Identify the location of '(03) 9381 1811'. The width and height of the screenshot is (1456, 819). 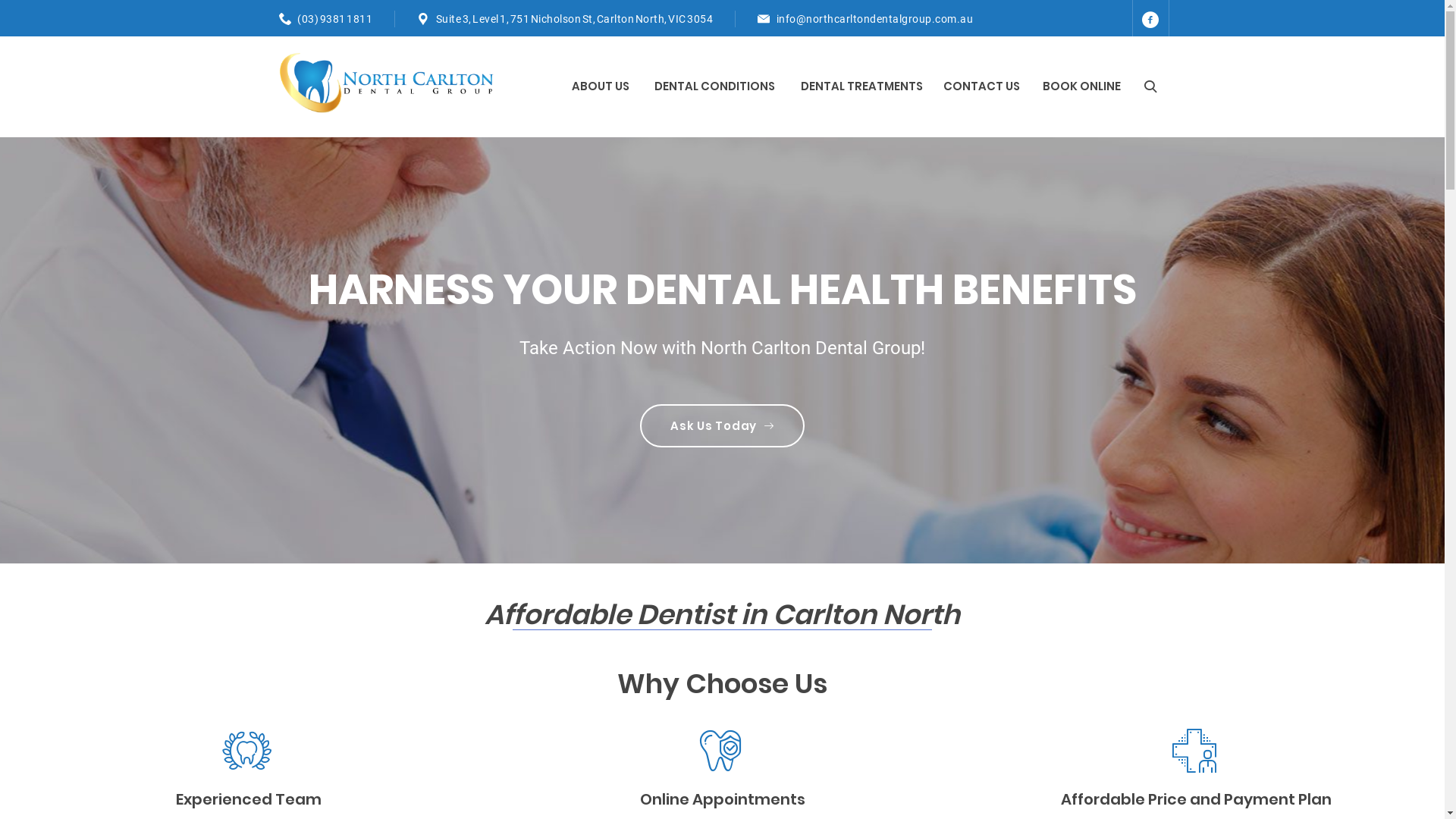
(297, 18).